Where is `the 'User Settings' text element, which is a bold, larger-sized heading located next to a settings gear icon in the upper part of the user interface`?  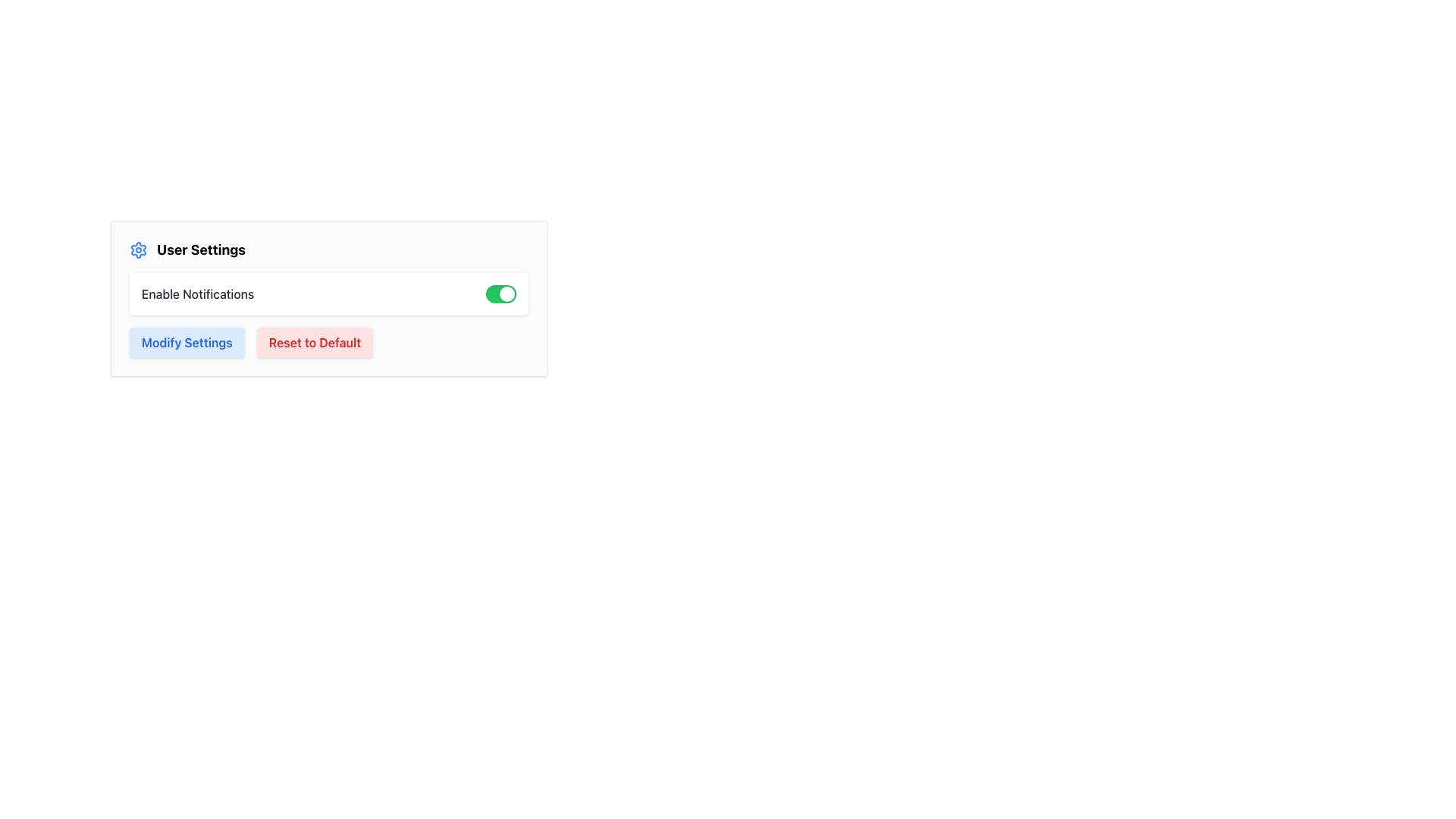
the 'User Settings' text element, which is a bold, larger-sized heading located next to a settings gear icon in the upper part of the user interface is located at coordinates (200, 249).